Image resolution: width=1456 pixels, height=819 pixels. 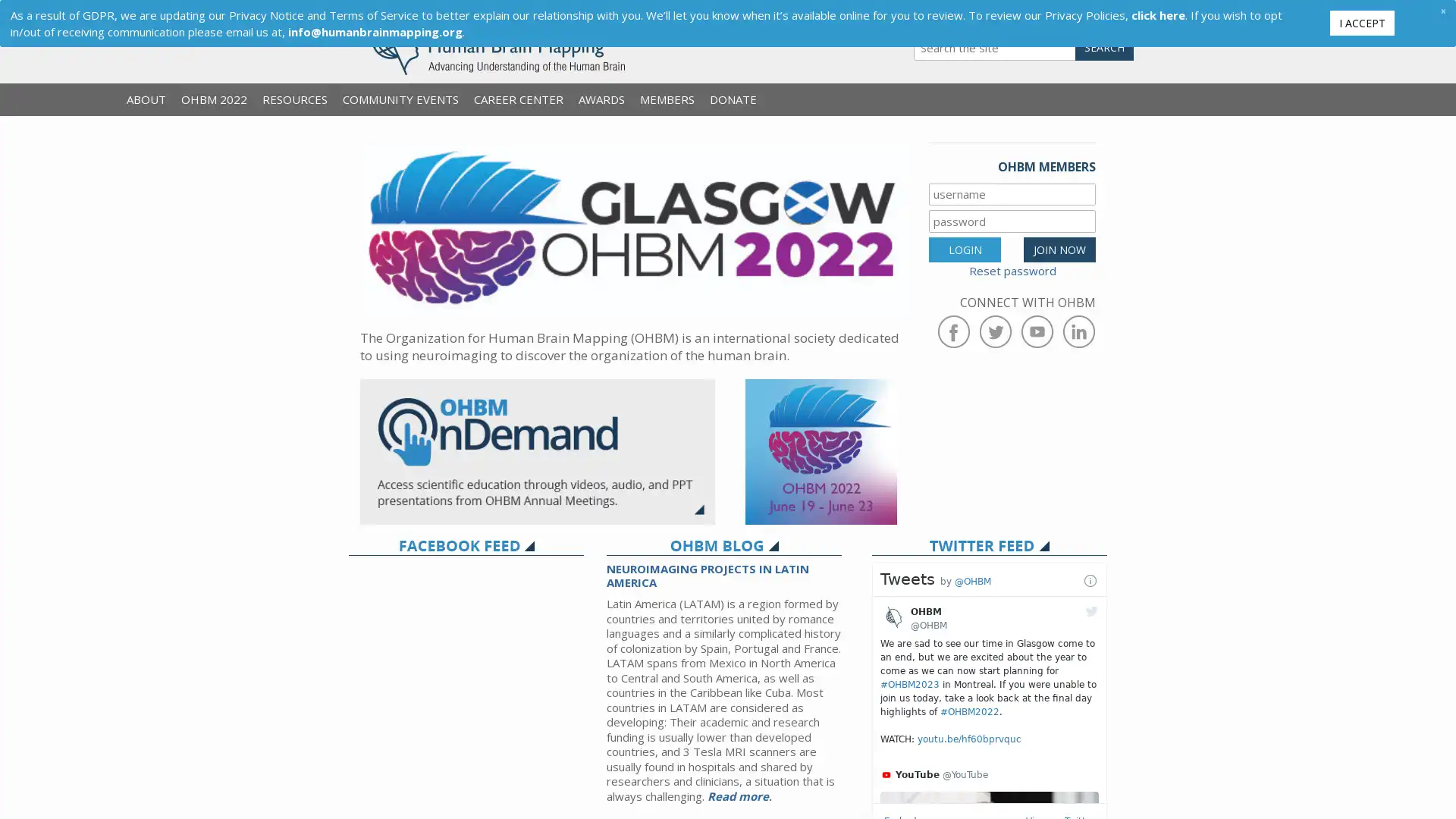 What do you see at coordinates (1059, 248) in the screenshot?
I see `JOIN NOW` at bounding box center [1059, 248].